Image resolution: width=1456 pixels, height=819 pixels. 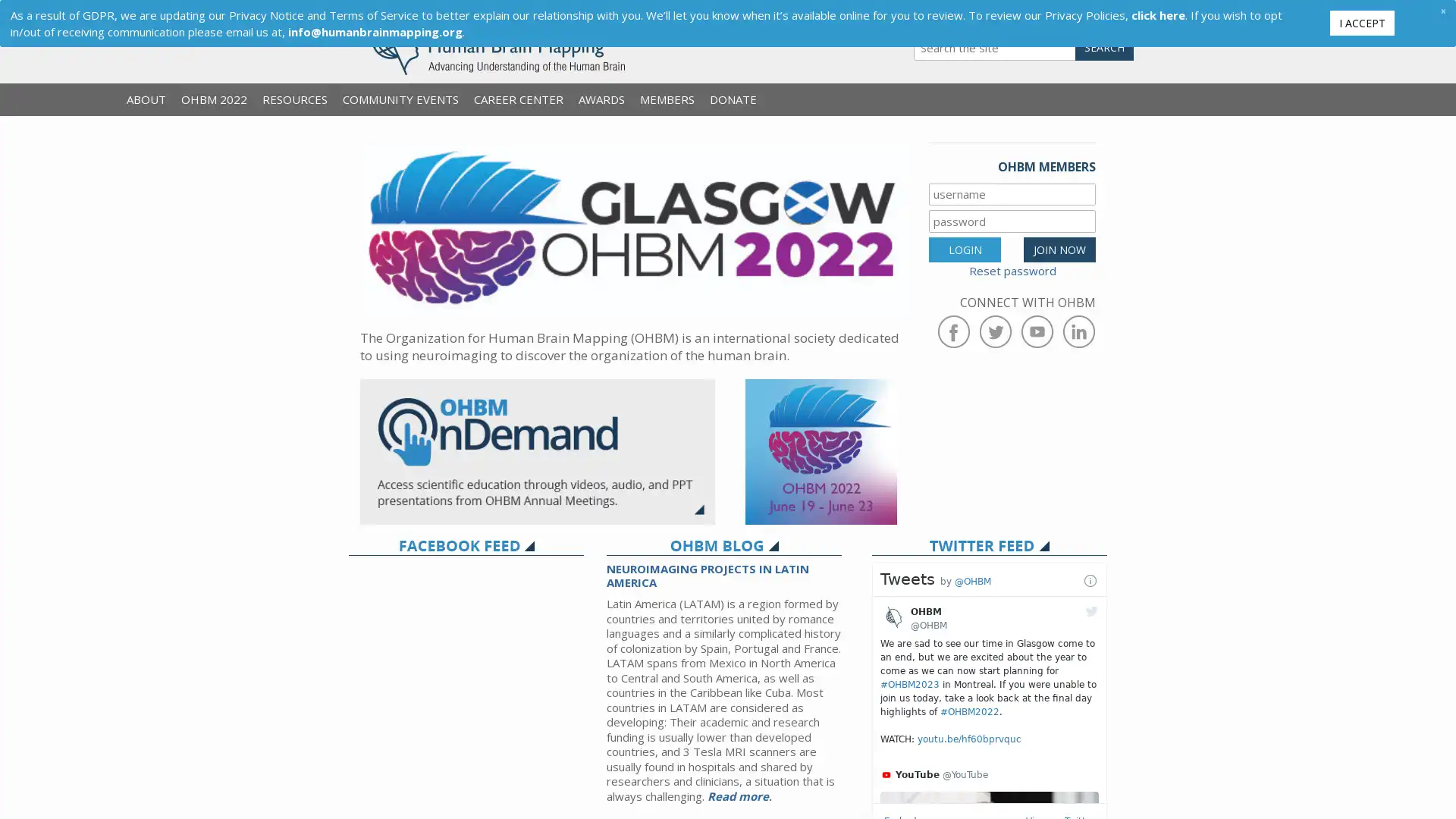 What do you see at coordinates (1059, 248) in the screenshot?
I see `JOIN NOW` at bounding box center [1059, 248].